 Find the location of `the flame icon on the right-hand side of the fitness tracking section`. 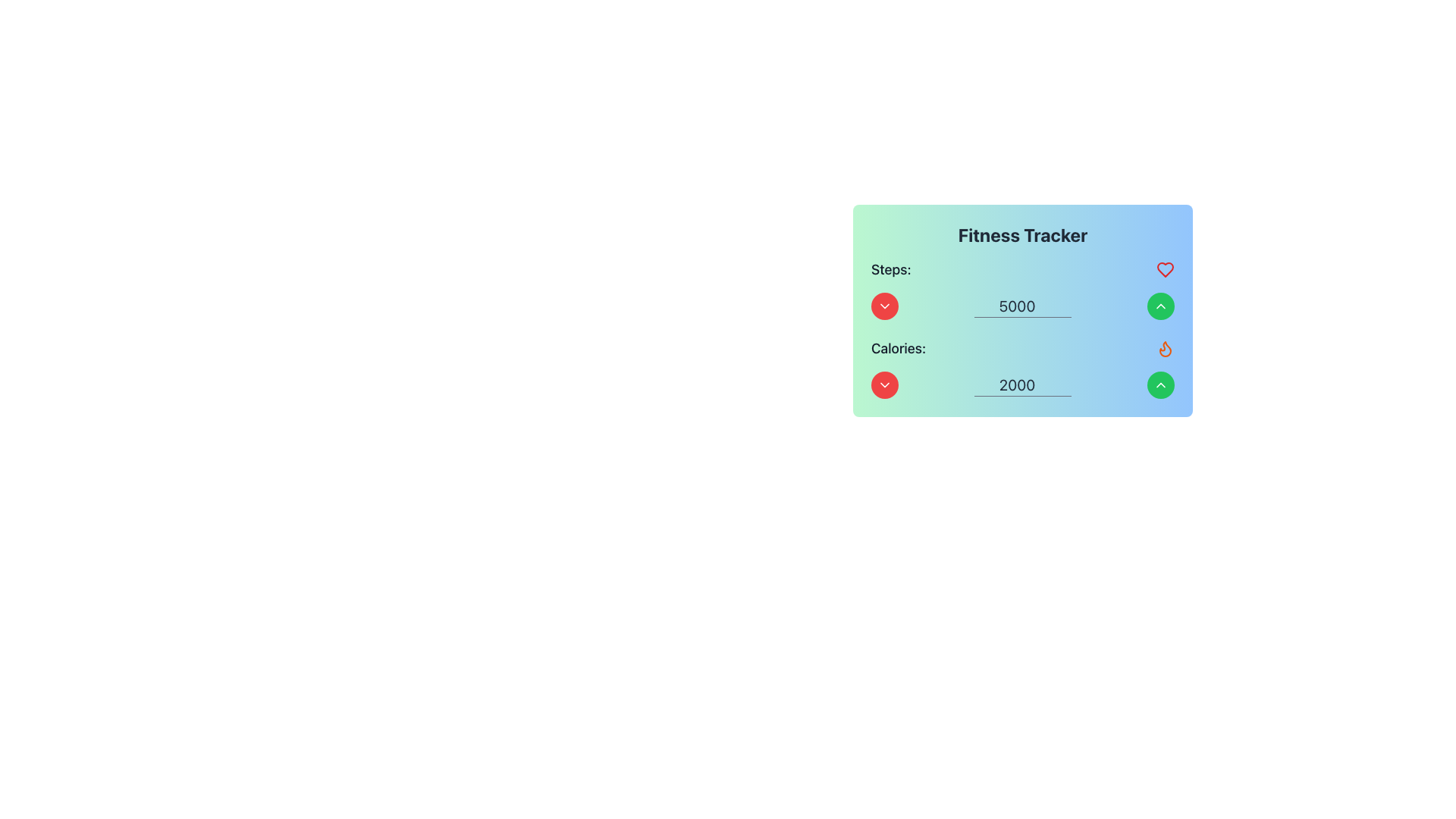

the flame icon on the right-hand side of the fitness tracking section is located at coordinates (1164, 348).